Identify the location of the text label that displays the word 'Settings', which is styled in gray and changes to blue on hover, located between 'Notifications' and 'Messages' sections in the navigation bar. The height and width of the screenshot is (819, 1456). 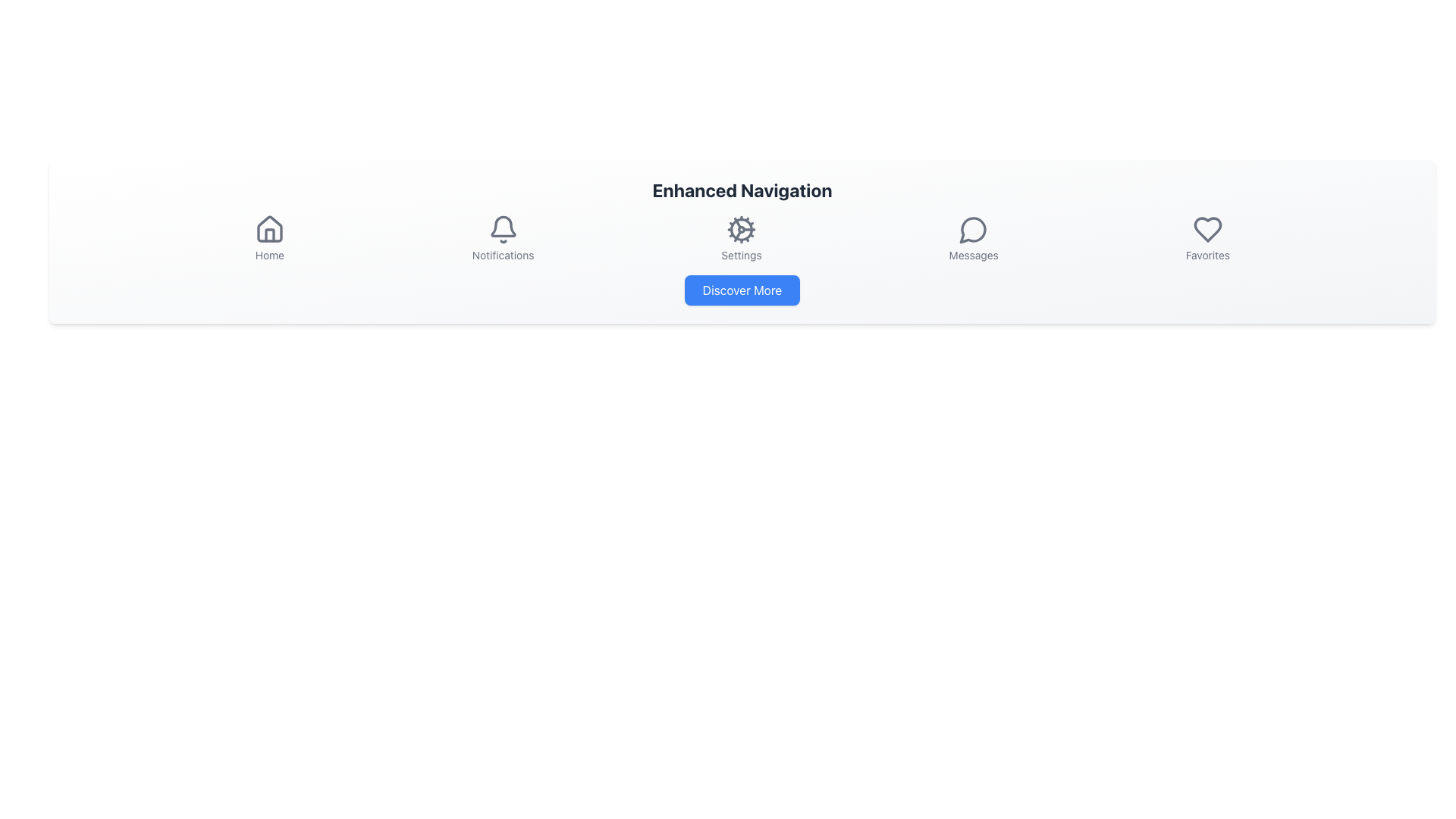
(742, 254).